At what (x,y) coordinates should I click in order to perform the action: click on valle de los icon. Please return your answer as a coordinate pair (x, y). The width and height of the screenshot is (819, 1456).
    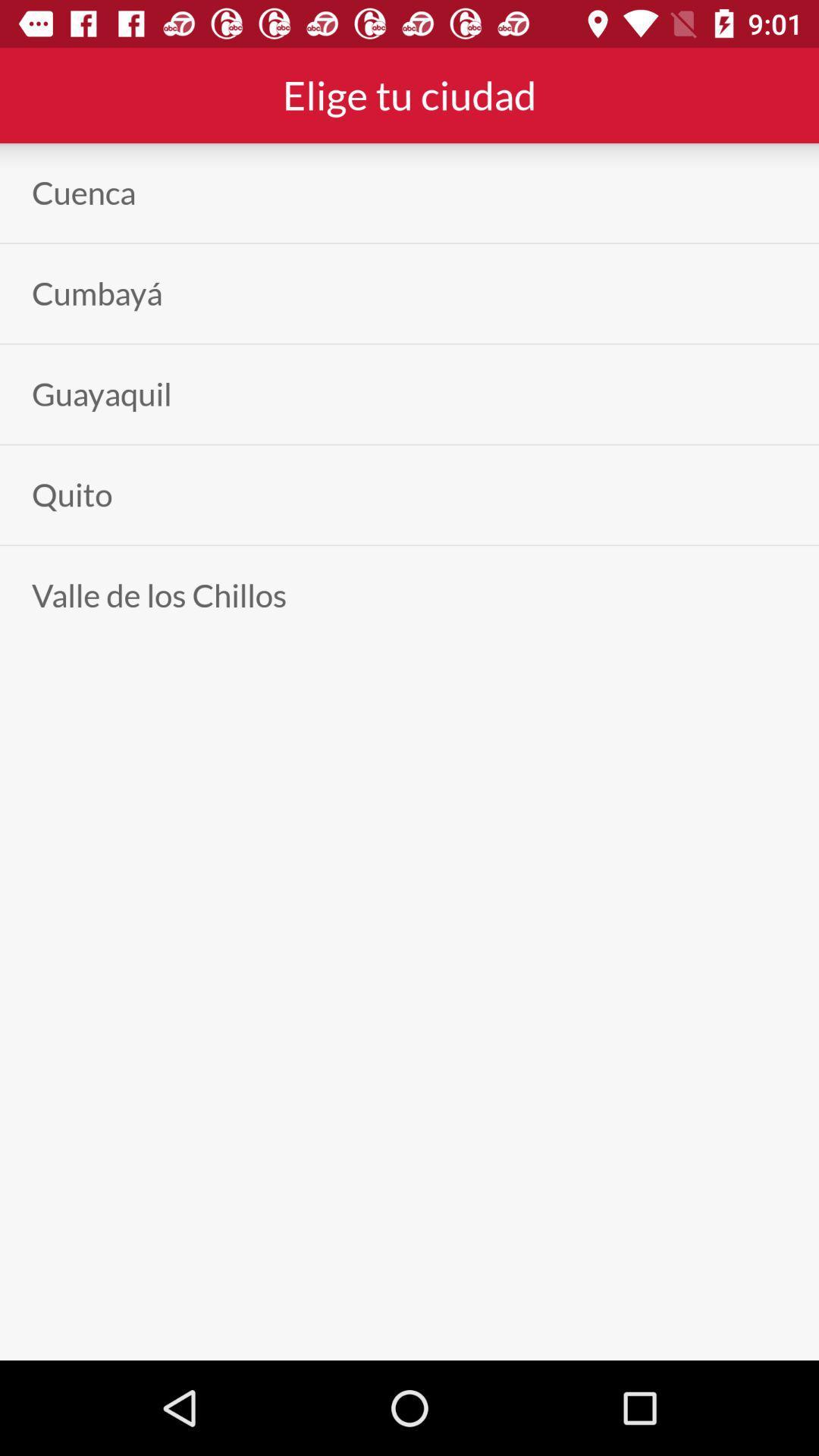
    Looking at the image, I should click on (158, 595).